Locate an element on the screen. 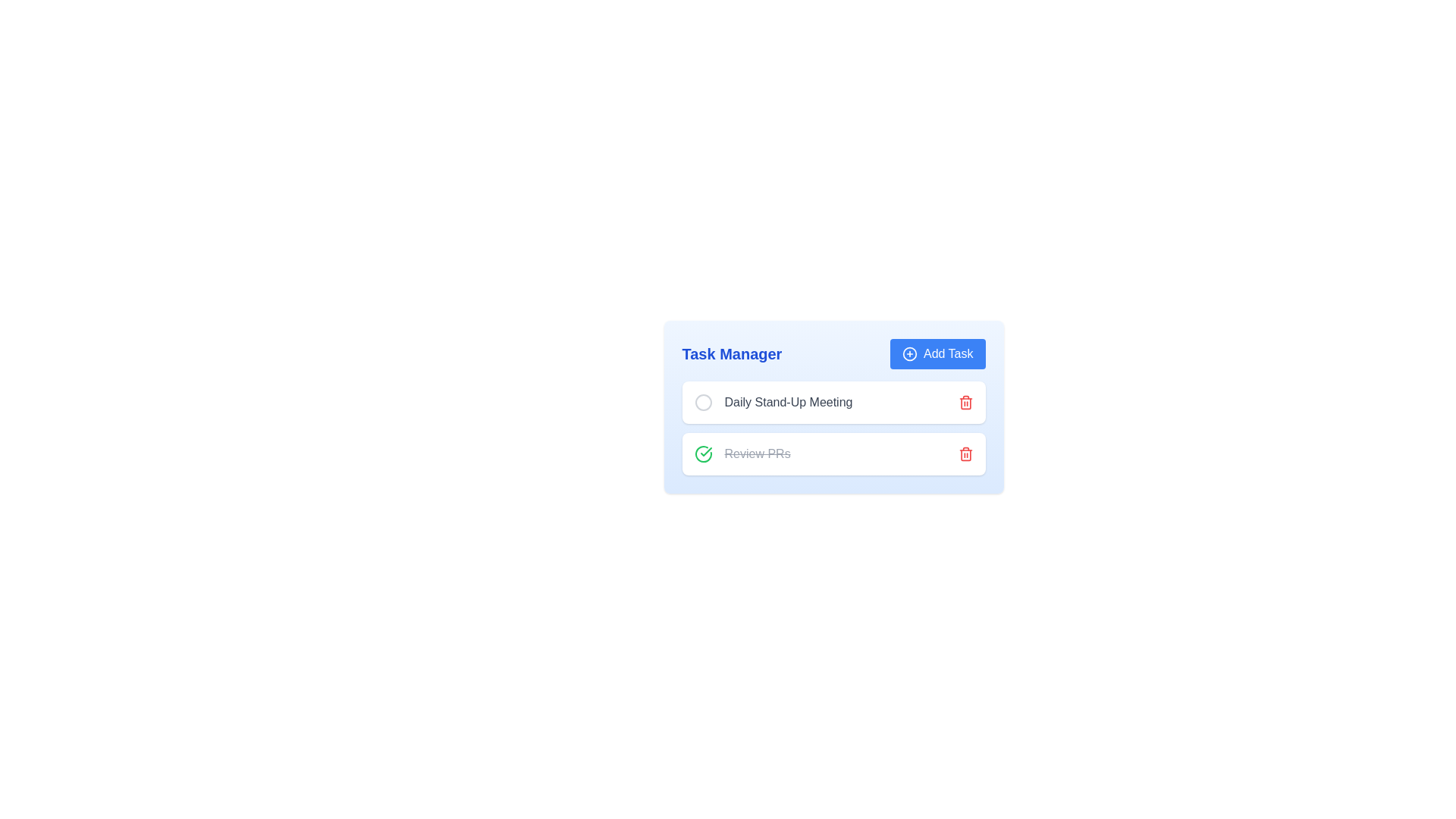 The height and width of the screenshot is (819, 1456). the red outlined trash can icon located at the far right end of the task item labeled 'Review PRs' is located at coordinates (965, 453).